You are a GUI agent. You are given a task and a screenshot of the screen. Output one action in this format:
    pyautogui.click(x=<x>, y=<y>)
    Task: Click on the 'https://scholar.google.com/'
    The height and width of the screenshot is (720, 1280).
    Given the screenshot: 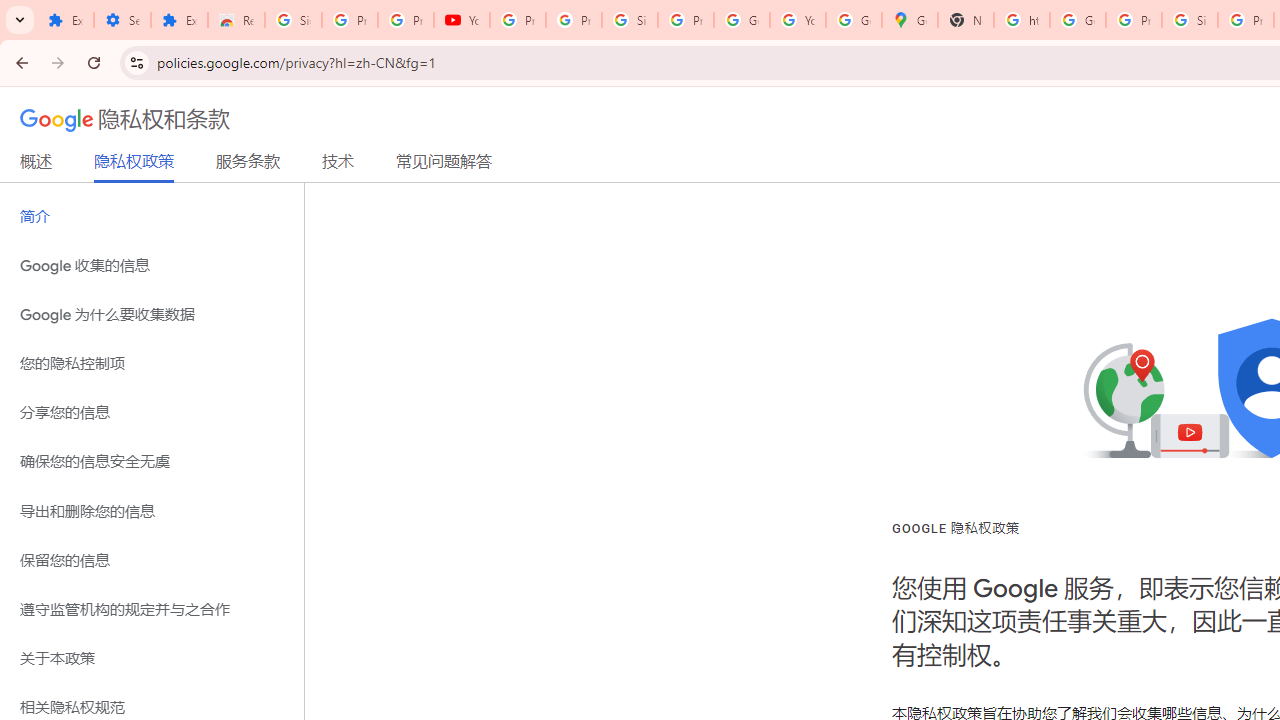 What is the action you would take?
    pyautogui.click(x=1022, y=20)
    